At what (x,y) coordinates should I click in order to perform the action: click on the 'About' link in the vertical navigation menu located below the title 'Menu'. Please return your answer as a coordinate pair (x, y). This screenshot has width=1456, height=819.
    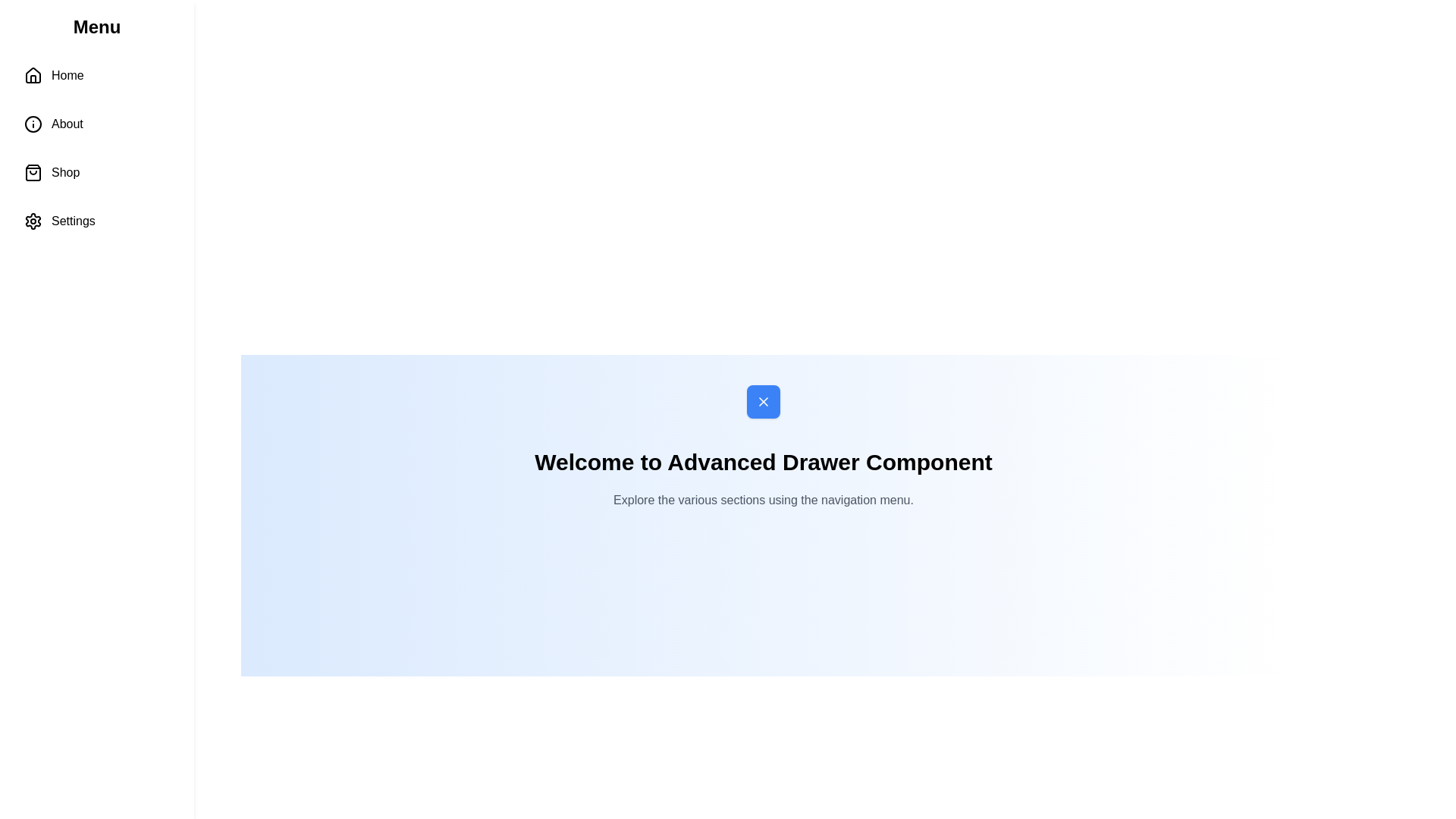
    Looking at the image, I should click on (96, 149).